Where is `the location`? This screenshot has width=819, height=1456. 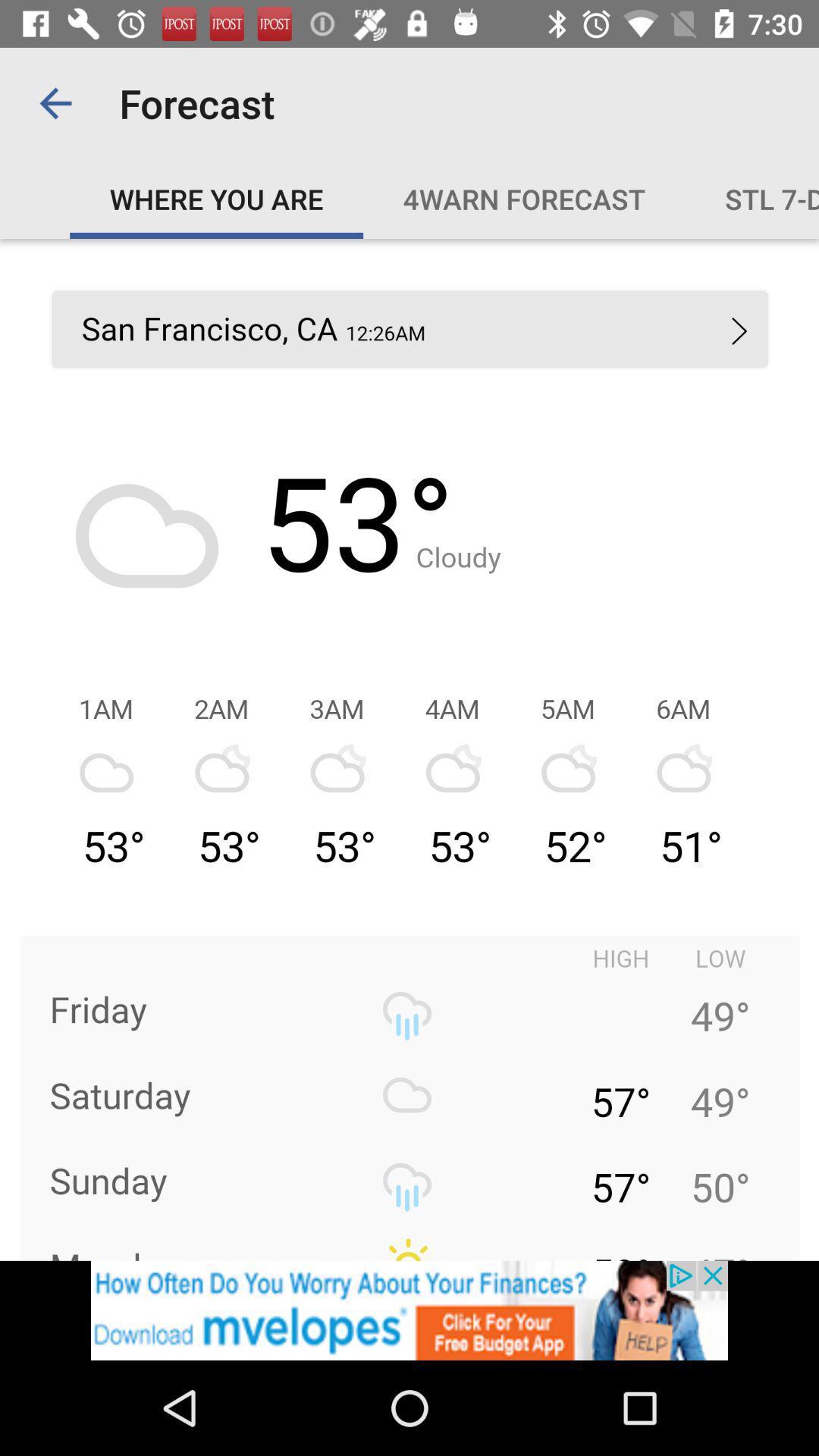
the location is located at coordinates (409, 749).